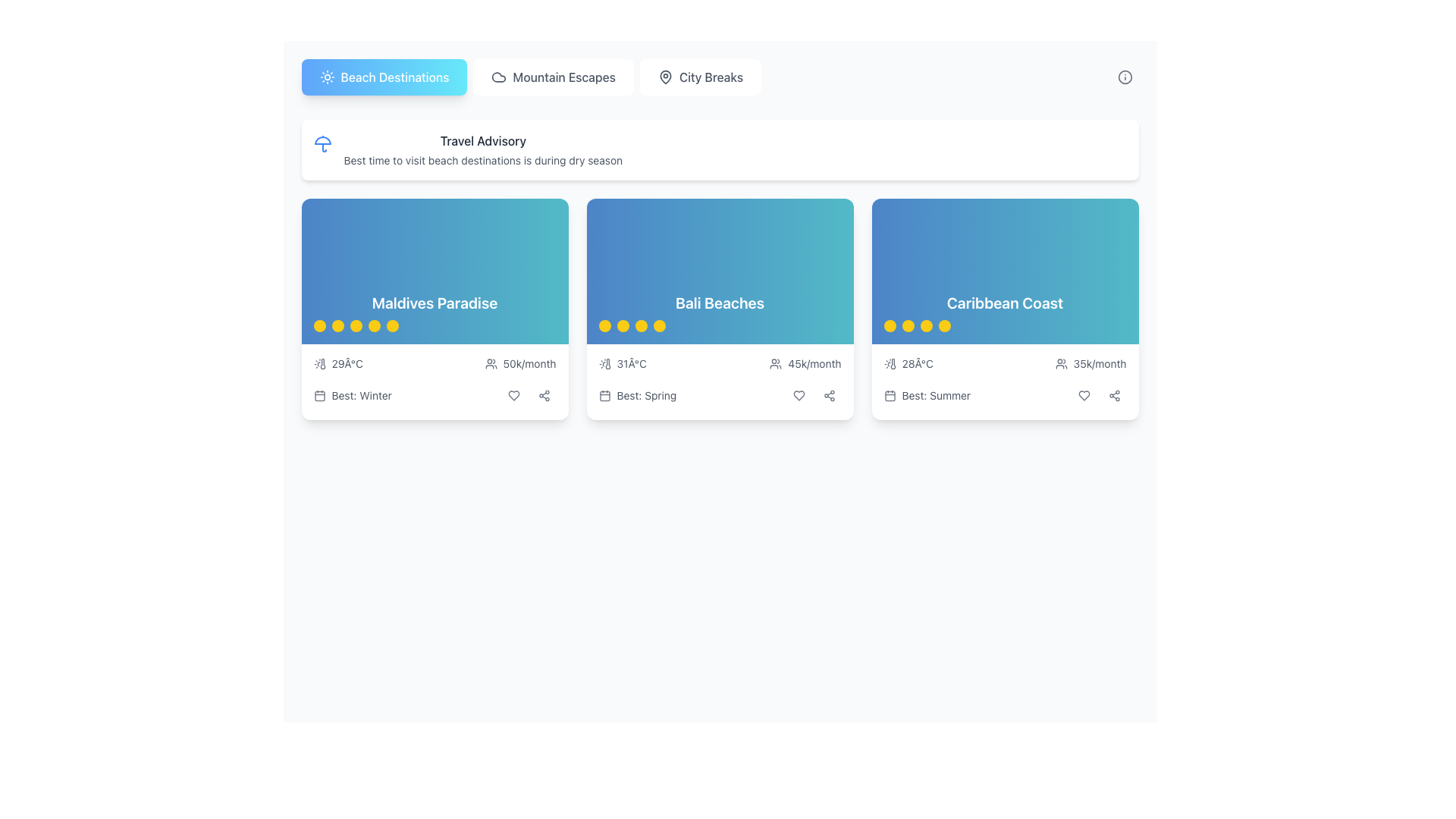  I want to click on the textual information presented in the 'Best: Winter' text element, which is styled in a smaller gray font and located within the card layout of 'Maldives Paradise', so click(434, 394).